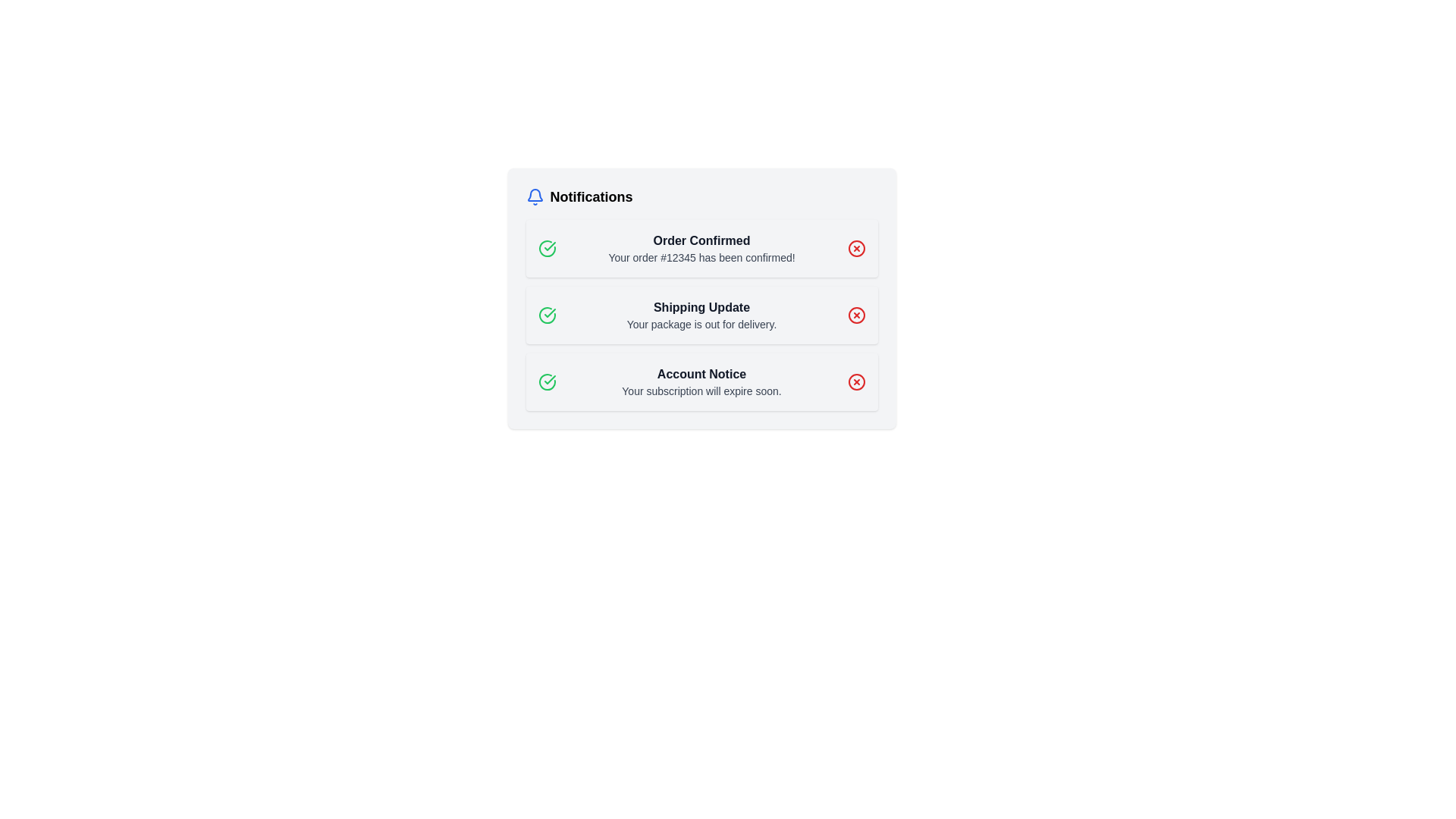 The width and height of the screenshot is (1456, 819). What do you see at coordinates (701, 307) in the screenshot?
I see `the 'Shipping Update' text label, which is displayed in bold and serves as a header for a shipping status notification, located in the middle notification box` at bounding box center [701, 307].